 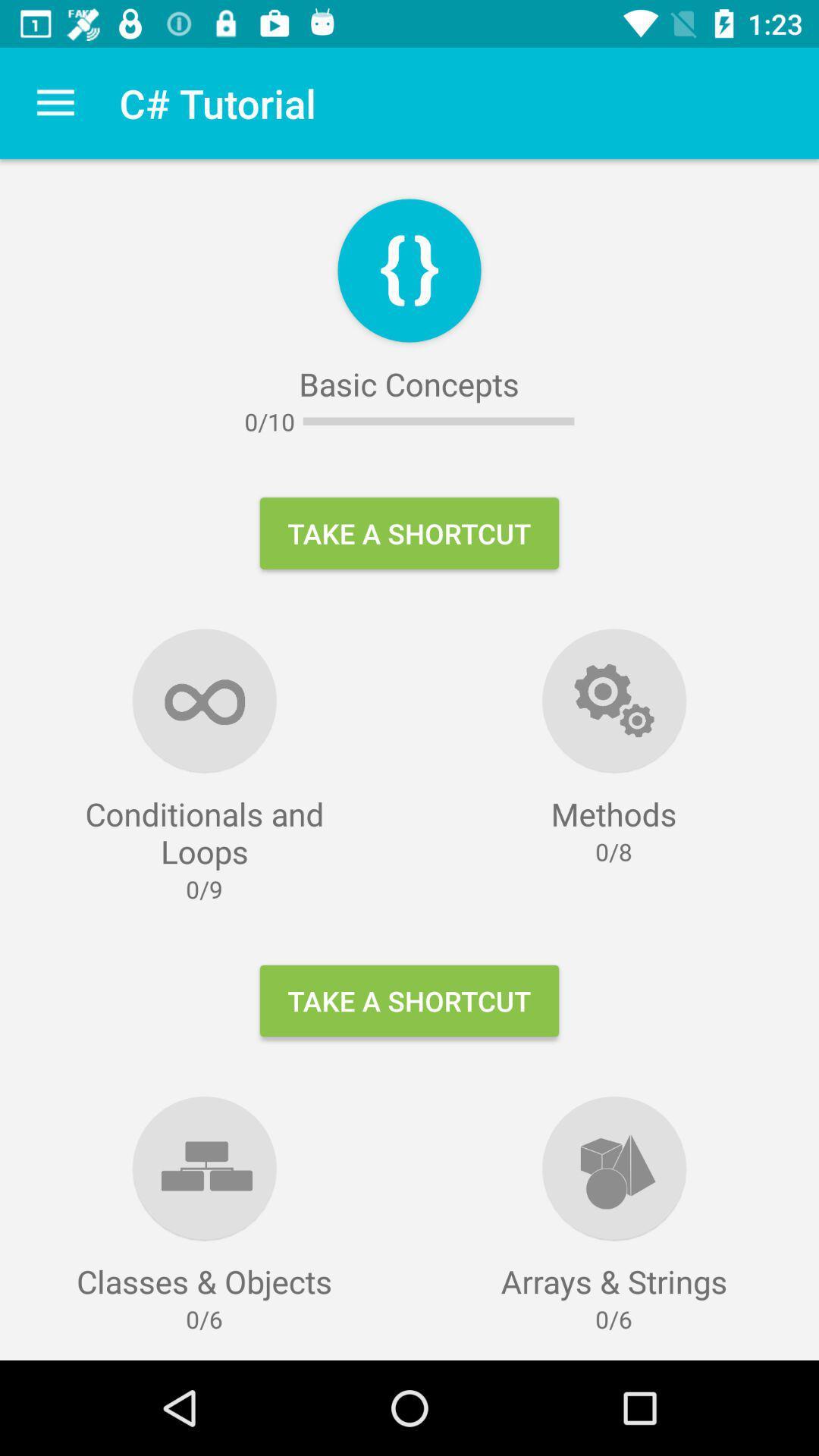 I want to click on the item to the left of c# tutorial icon, so click(x=55, y=102).